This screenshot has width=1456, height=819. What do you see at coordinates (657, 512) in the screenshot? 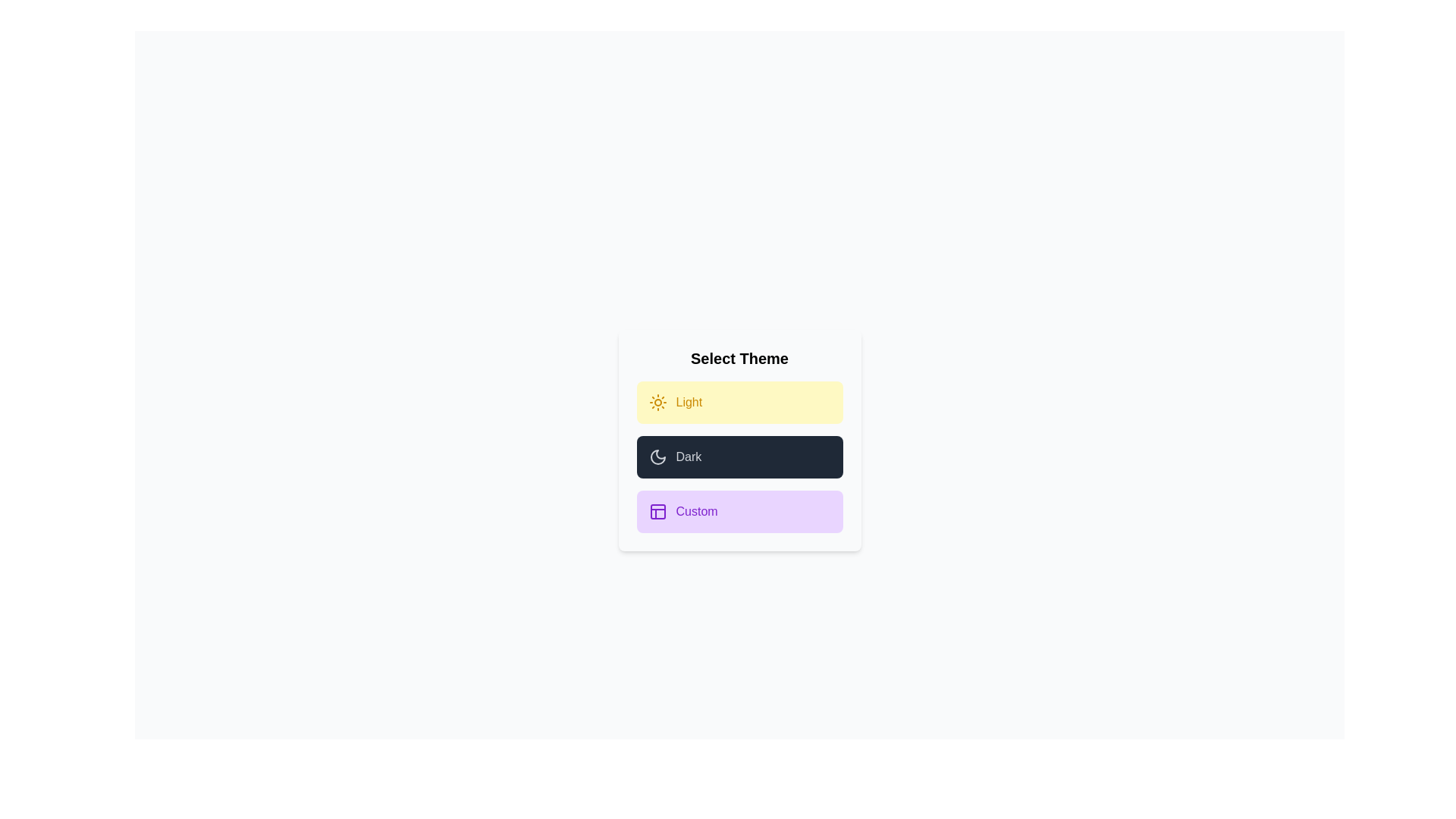
I see `the small square icon with a purple border that represents a panel layout, which is located within the 'Custom' button adjacent to the text 'Custom.'` at bounding box center [657, 512].